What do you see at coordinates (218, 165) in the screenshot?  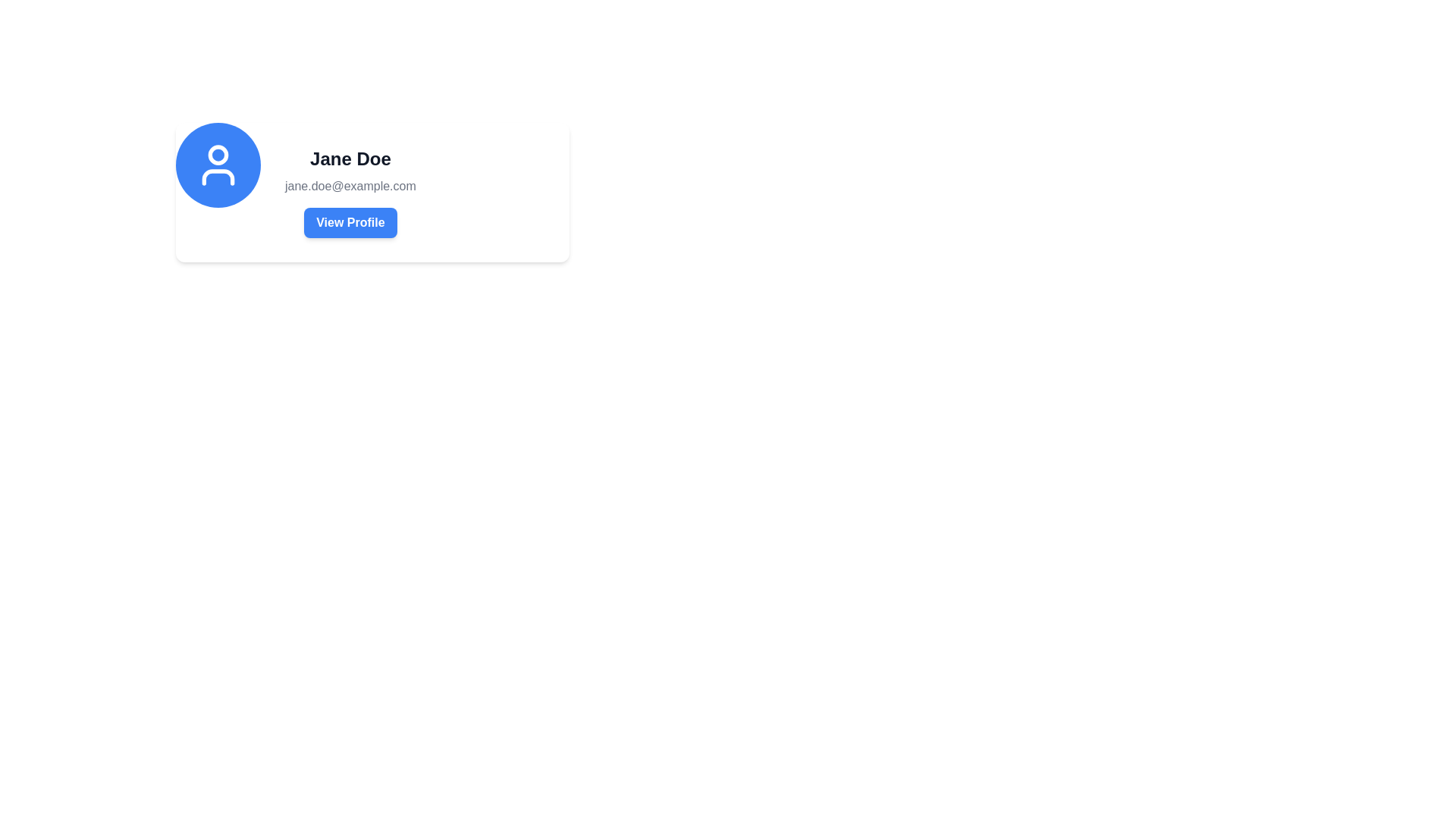 I see `the user's profile picture icon located on the left side within a rounded blue background circle` at bounding box center [218, 165].